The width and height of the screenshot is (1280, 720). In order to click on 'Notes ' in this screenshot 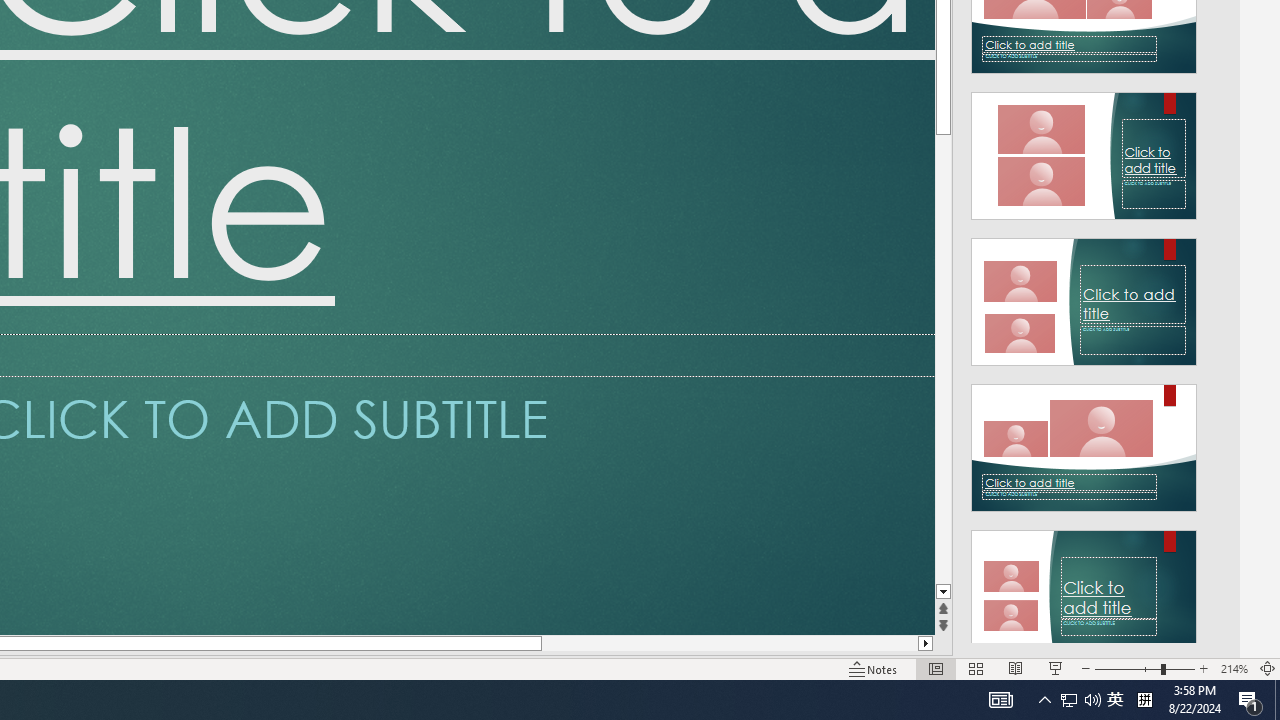, I will do `click(874, 669)`.